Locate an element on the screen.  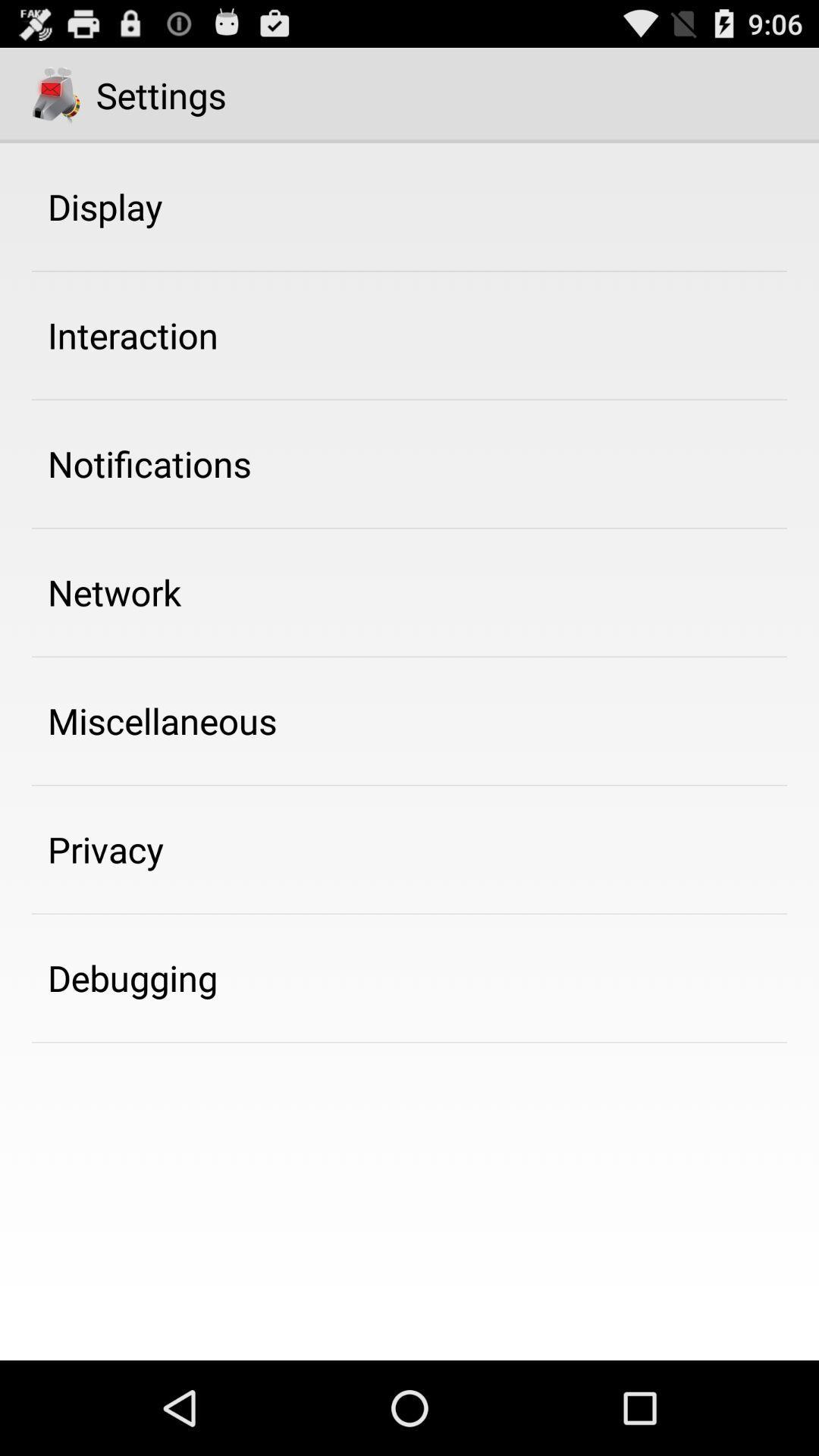
the interaction icon is located at coordinates (132, 334).